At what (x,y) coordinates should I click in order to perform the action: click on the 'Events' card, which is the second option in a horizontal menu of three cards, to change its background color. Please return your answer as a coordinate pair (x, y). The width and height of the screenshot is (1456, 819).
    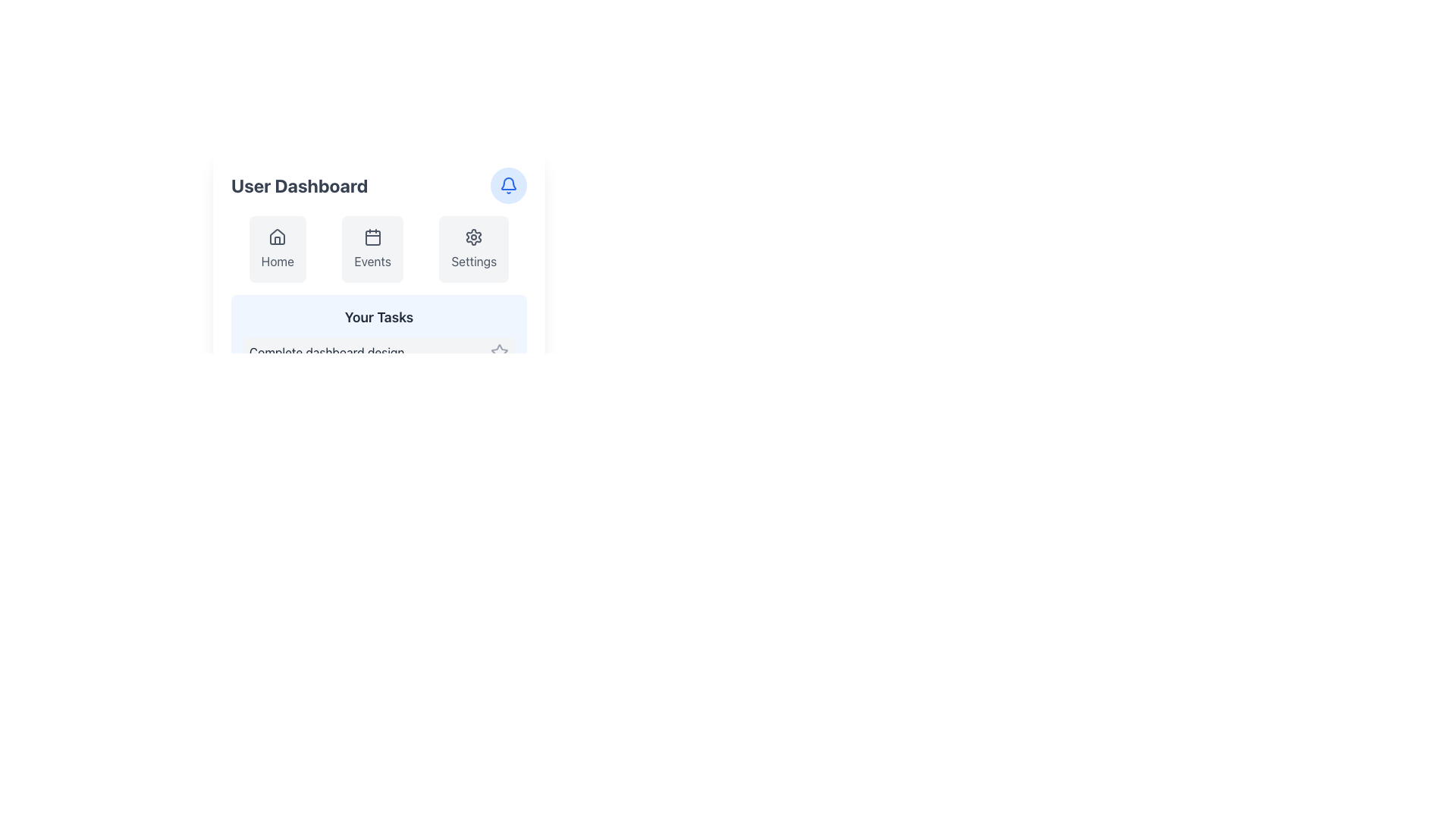
    Looking at the image, I should click on (372, 248).